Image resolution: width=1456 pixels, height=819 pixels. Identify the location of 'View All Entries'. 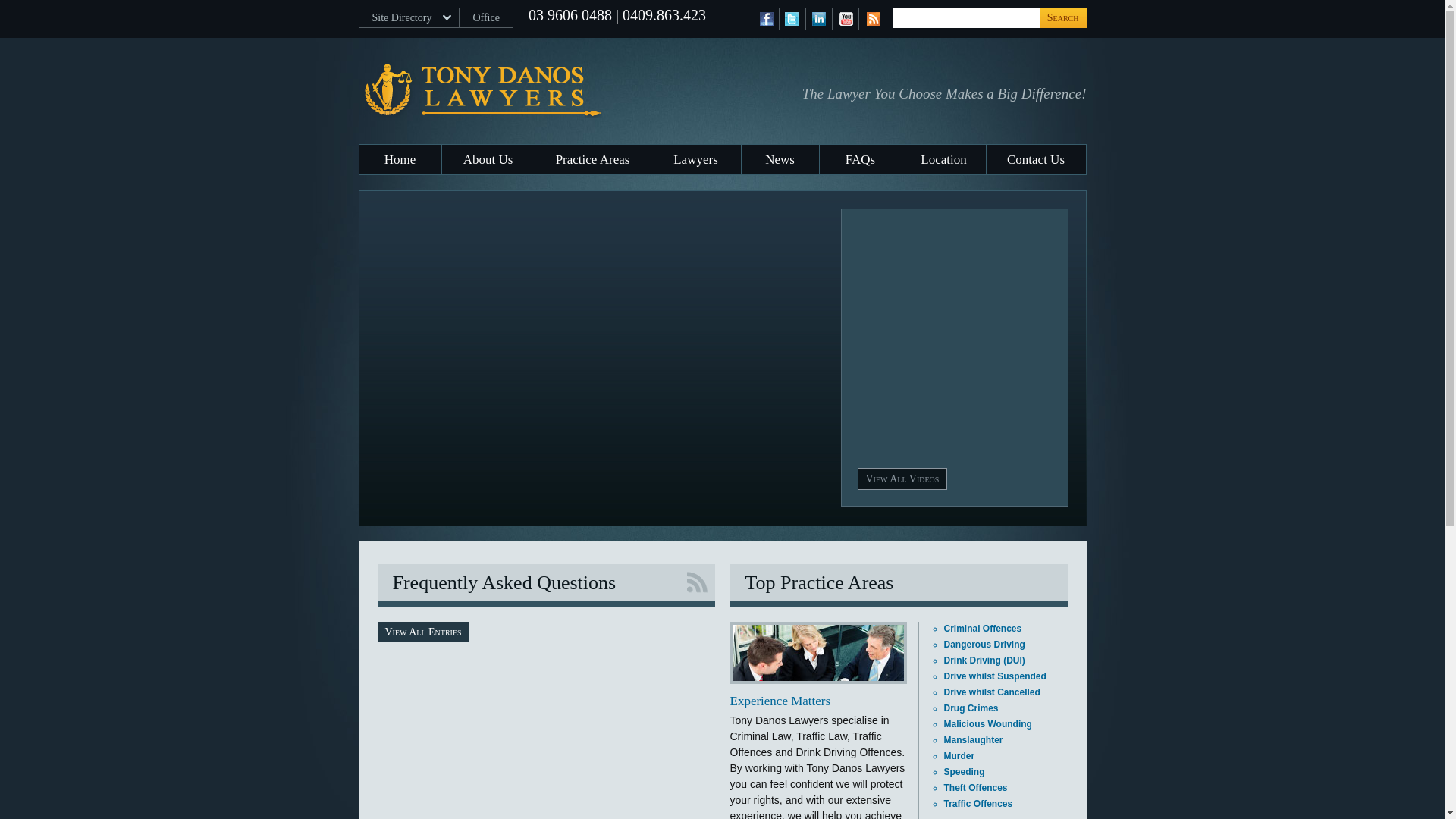
(423, 632).